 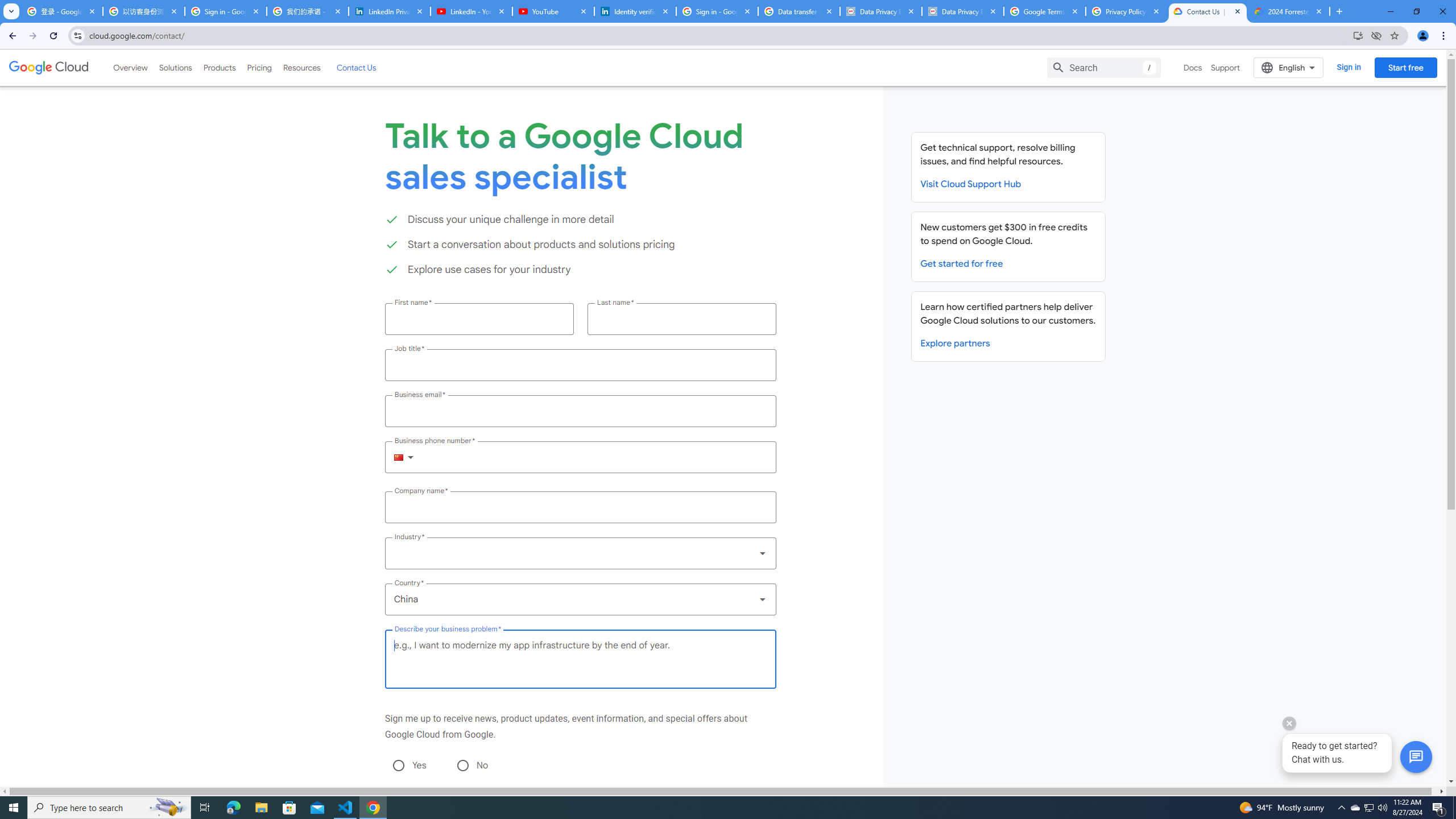 What do you see at coordinates (1405, 67) in the screenshot?
I see `'Start free'` at bounding box center [1405, 67].